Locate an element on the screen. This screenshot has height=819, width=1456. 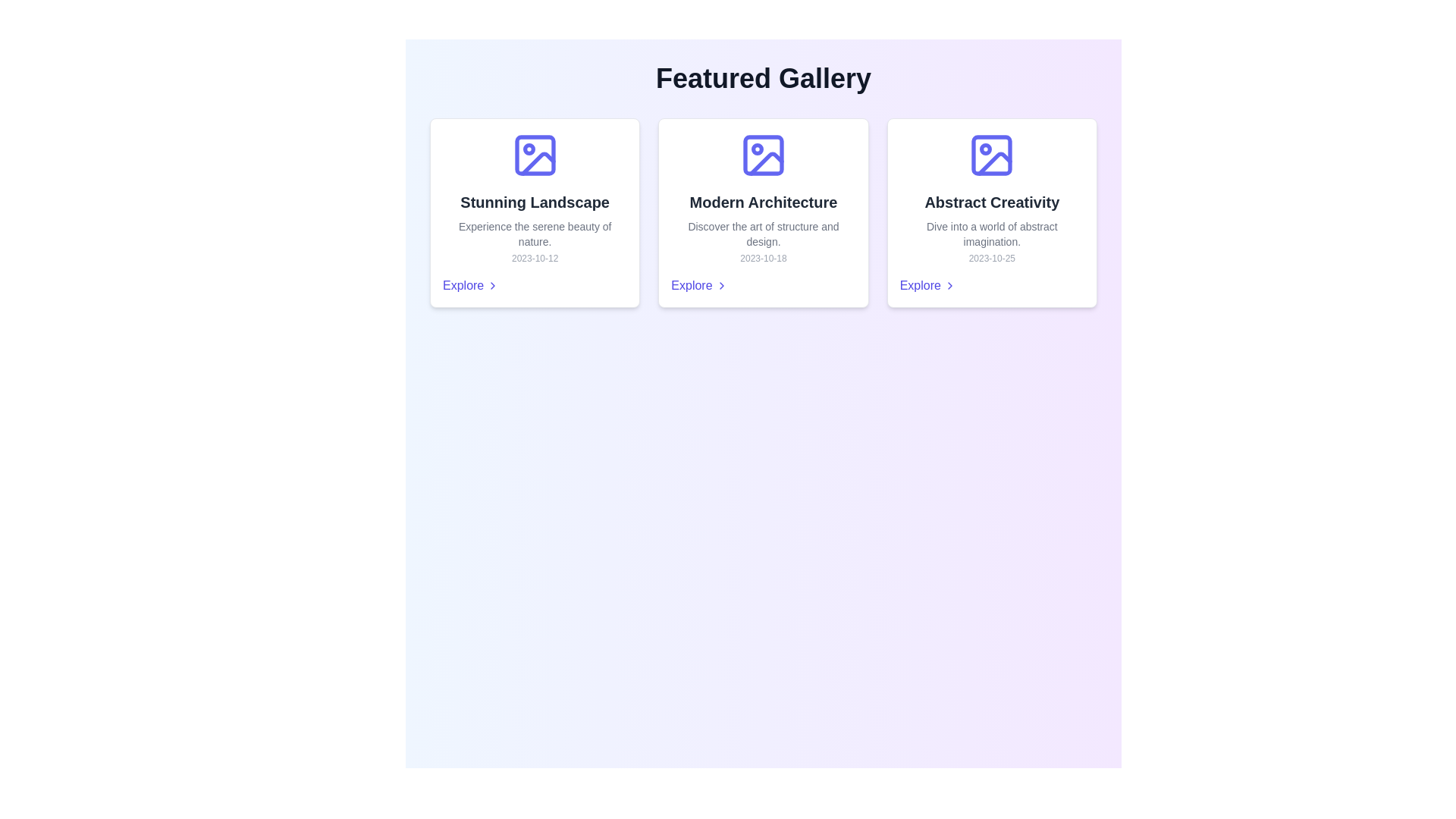
the card component displaying 'Stunning Landscape' with a white background and a purple image icon at the top is located at coordinates (535, 213).